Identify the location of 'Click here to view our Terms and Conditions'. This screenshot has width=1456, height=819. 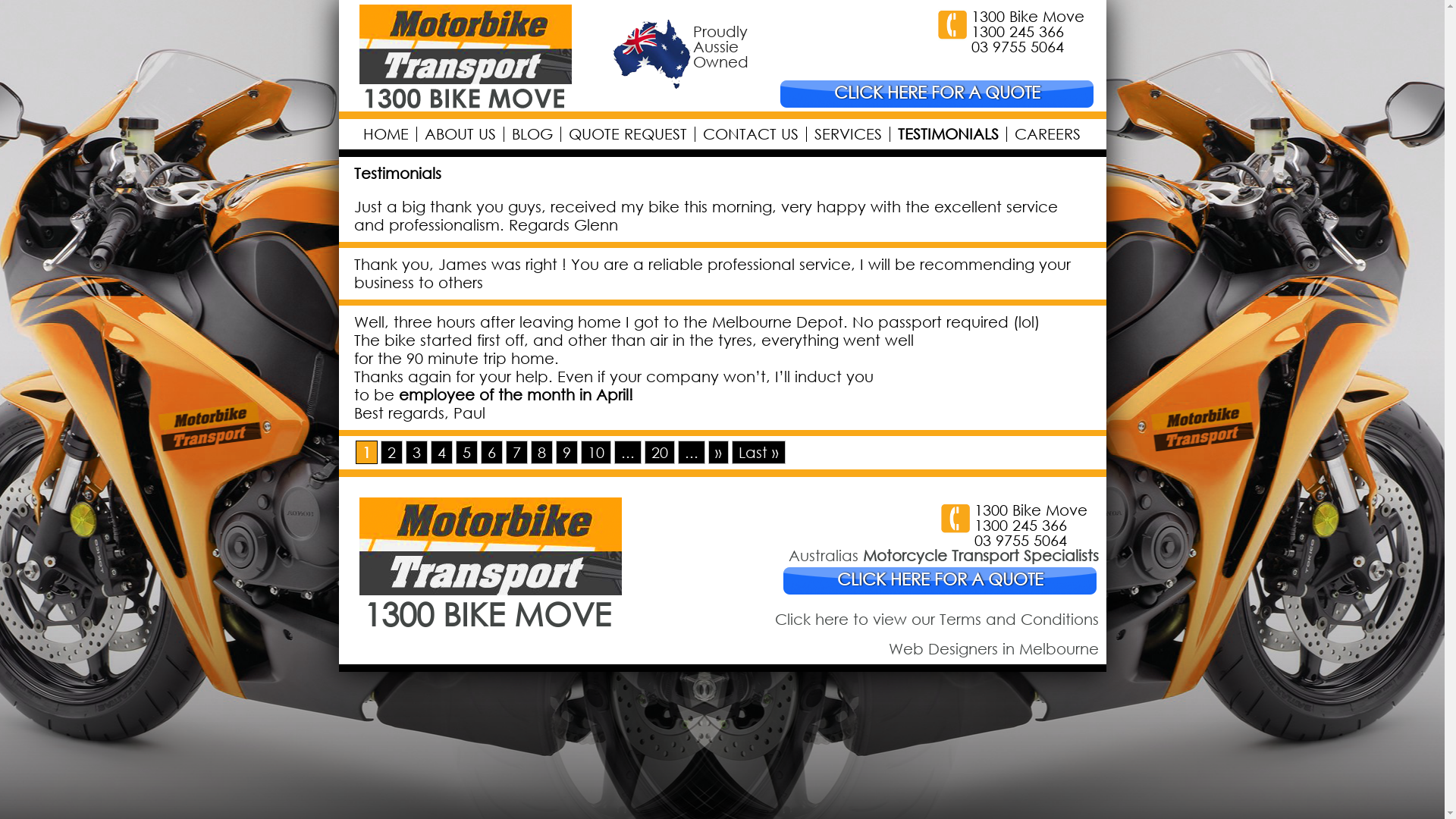
(936, 619).